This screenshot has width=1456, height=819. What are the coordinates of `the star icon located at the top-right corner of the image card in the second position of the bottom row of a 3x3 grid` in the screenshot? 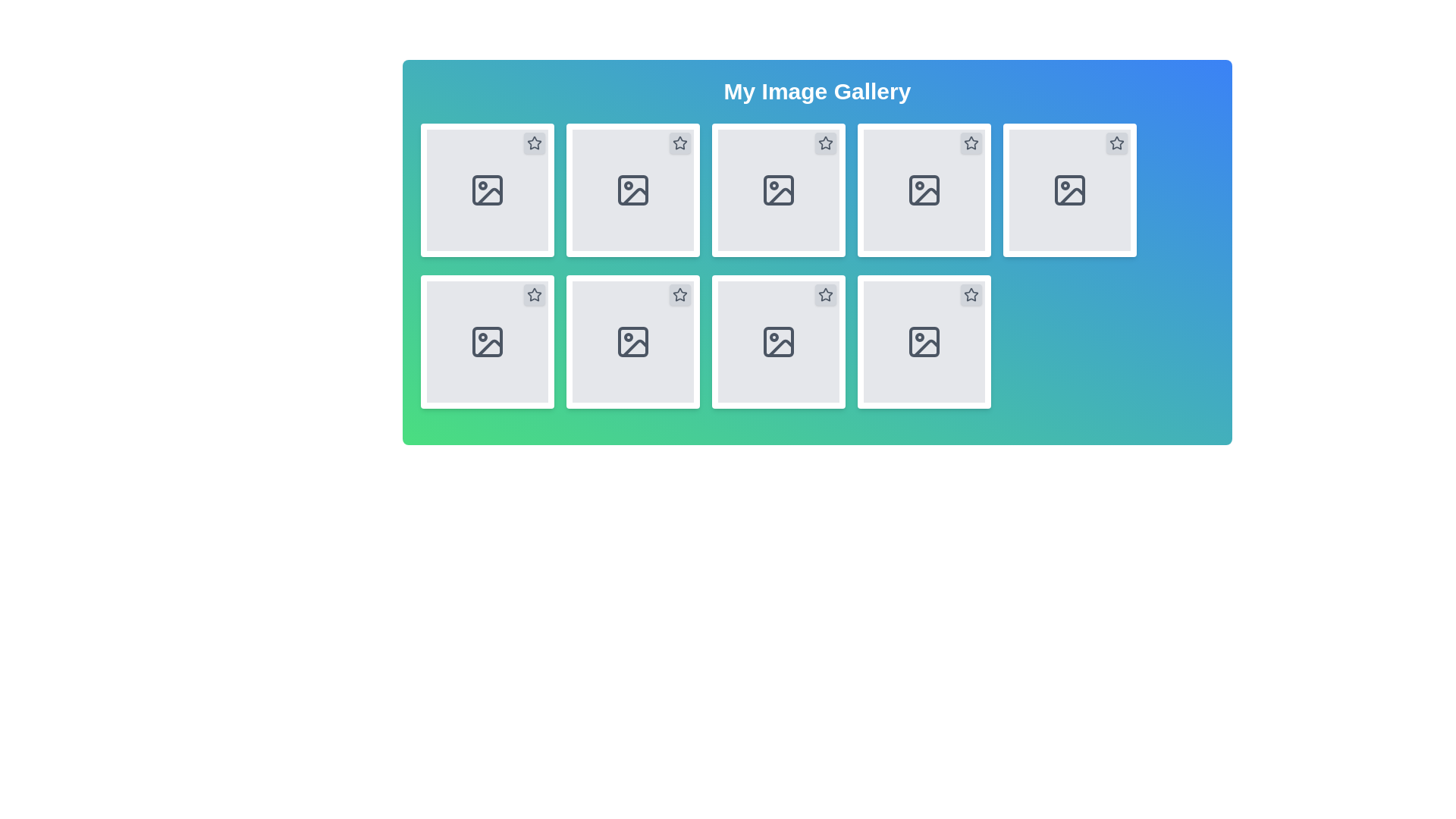 It's located at (825, 295).